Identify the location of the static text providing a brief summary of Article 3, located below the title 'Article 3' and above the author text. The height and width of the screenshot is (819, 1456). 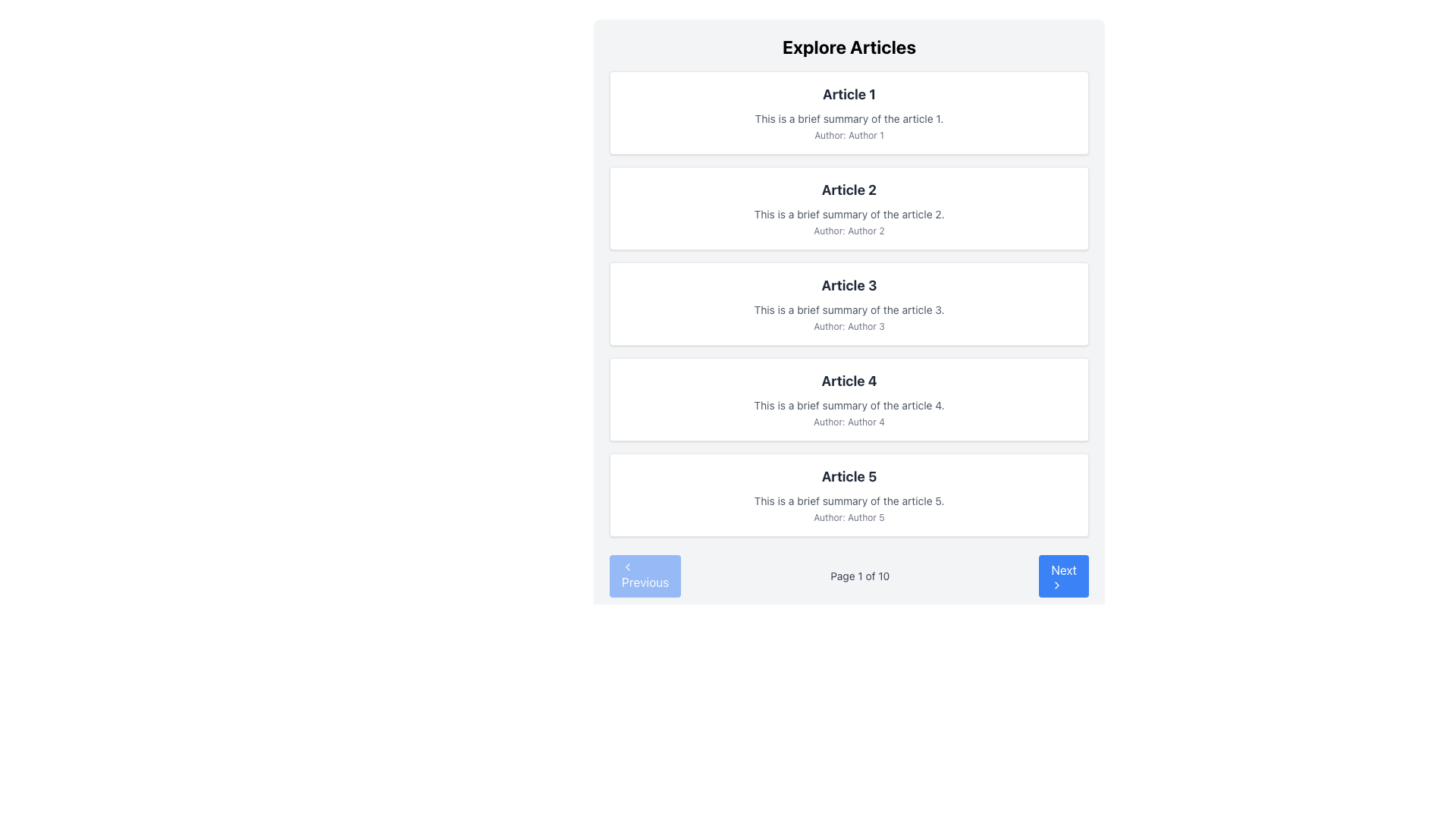
(848, 309).